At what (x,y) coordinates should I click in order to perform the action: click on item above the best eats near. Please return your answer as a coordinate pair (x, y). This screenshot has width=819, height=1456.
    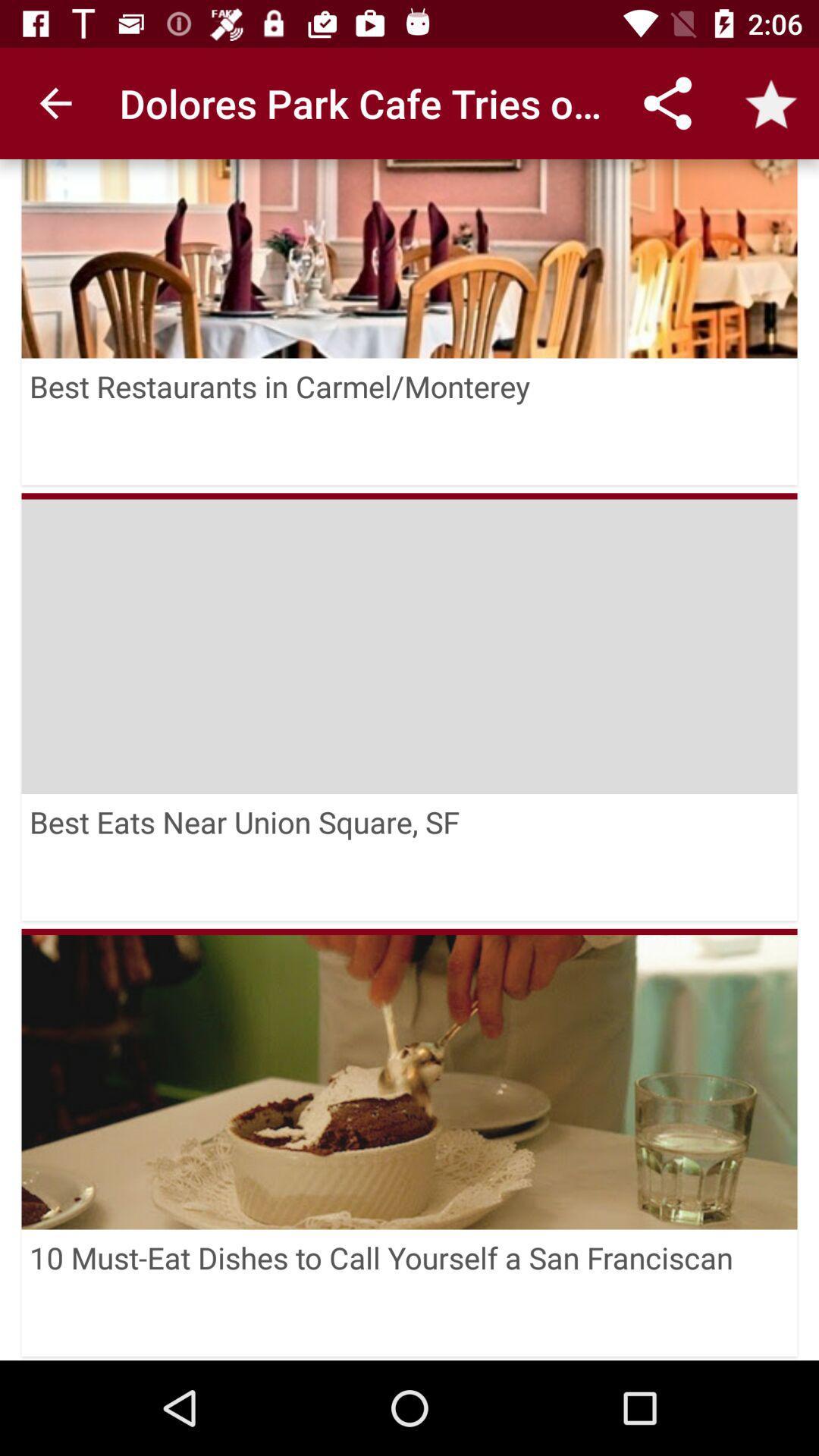
    Looking at the image, I should click on (409, 643).